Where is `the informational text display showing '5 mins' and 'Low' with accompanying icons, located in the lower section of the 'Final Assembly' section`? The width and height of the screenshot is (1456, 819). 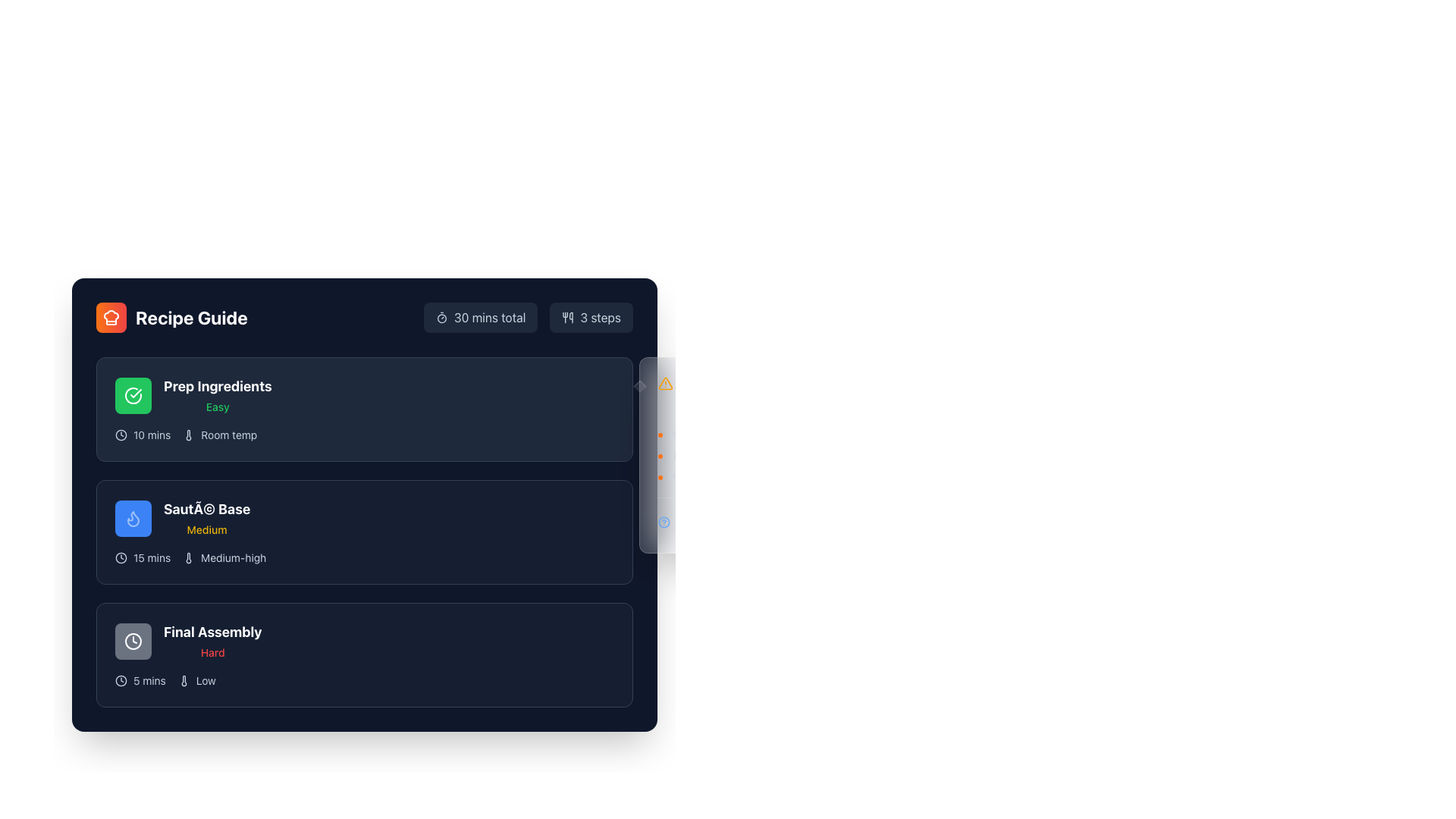
the informational text display showing '5 mins' and 'Low' with accompanying icons, located in the lower section of the 'Final Assembly' section is located at coordinates (364, 680).